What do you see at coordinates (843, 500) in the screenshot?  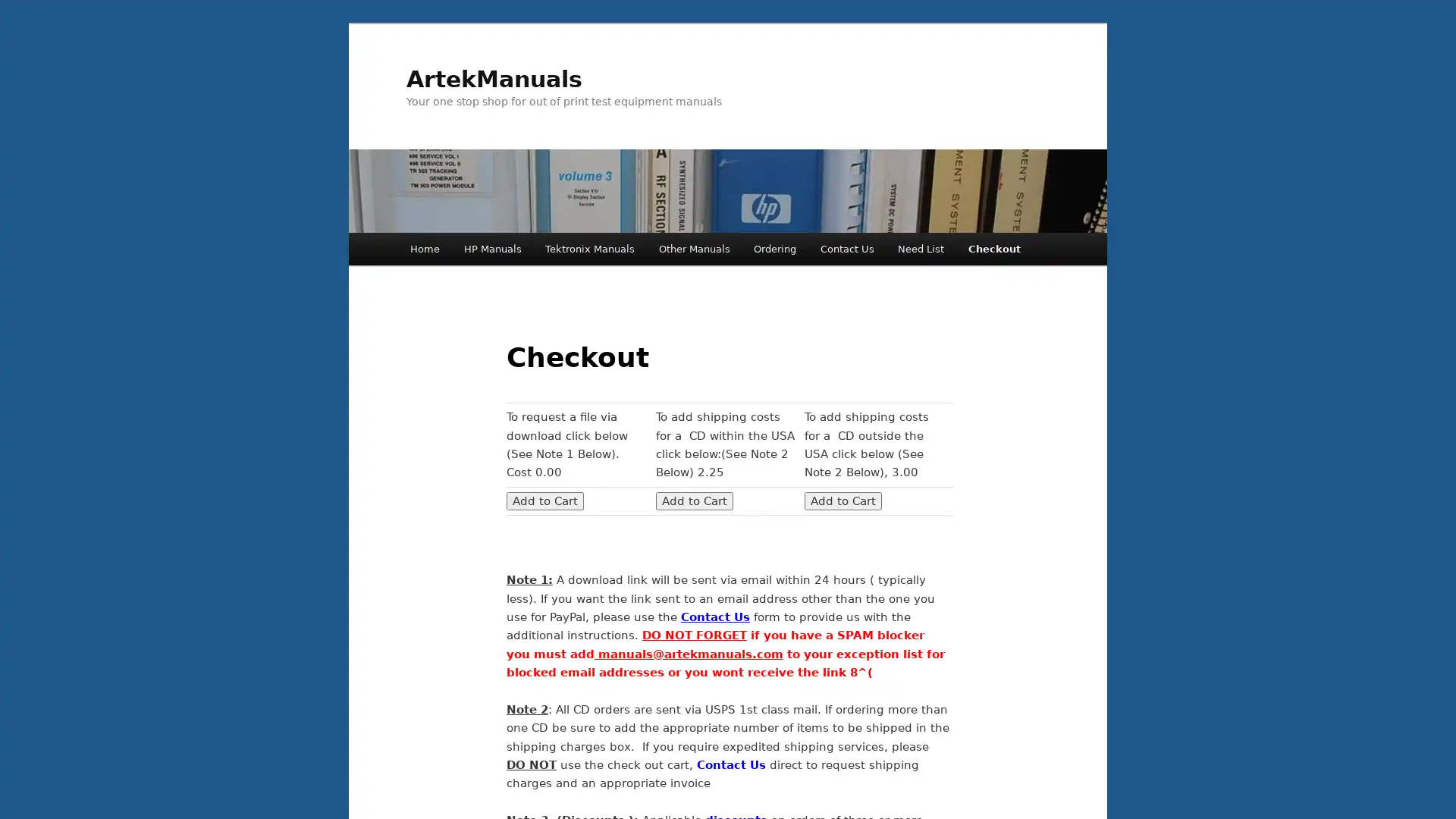 I see `Add to Cart` at bounding box center [843, 500].